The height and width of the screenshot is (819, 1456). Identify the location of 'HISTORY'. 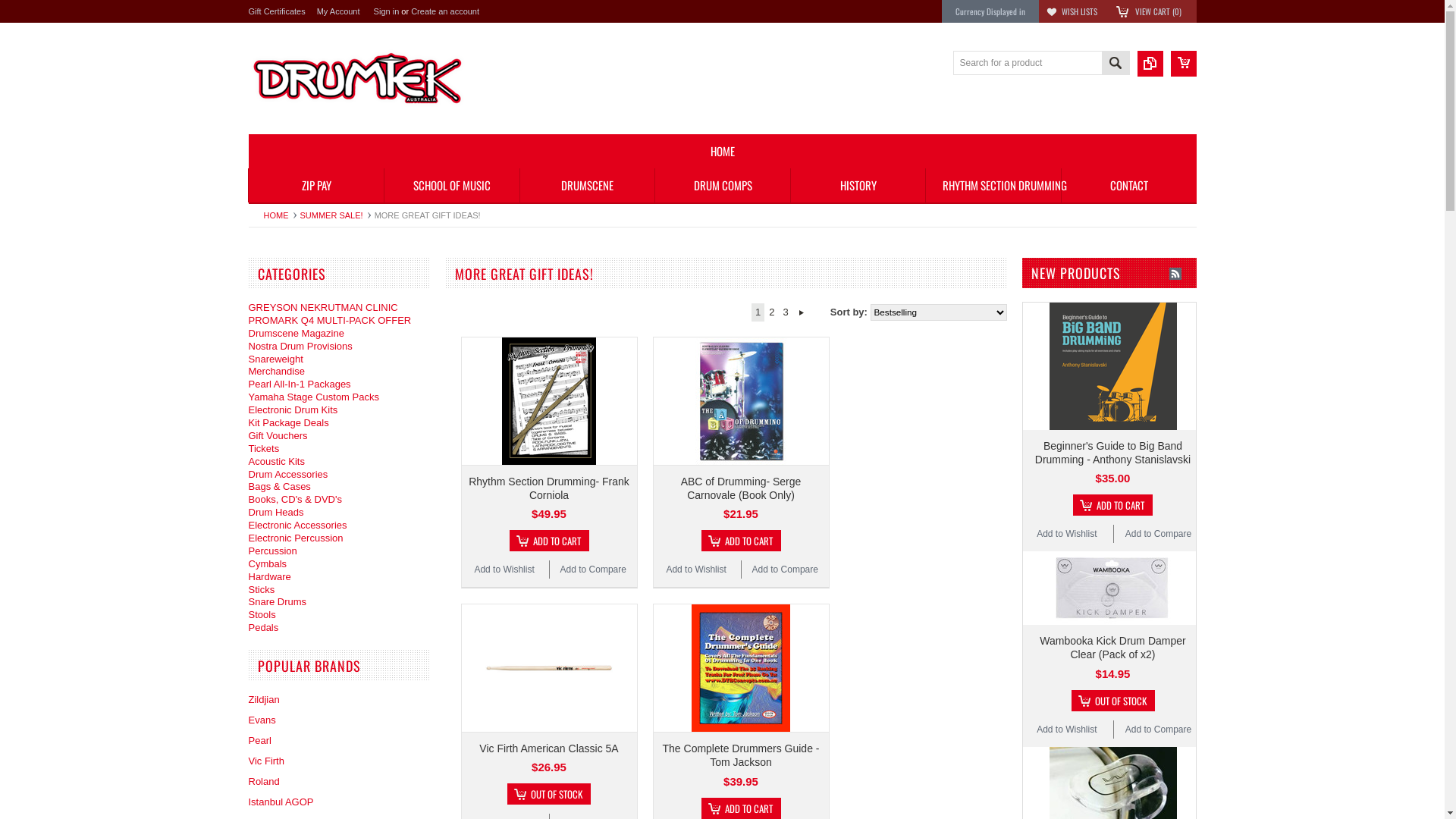
(789, 184).